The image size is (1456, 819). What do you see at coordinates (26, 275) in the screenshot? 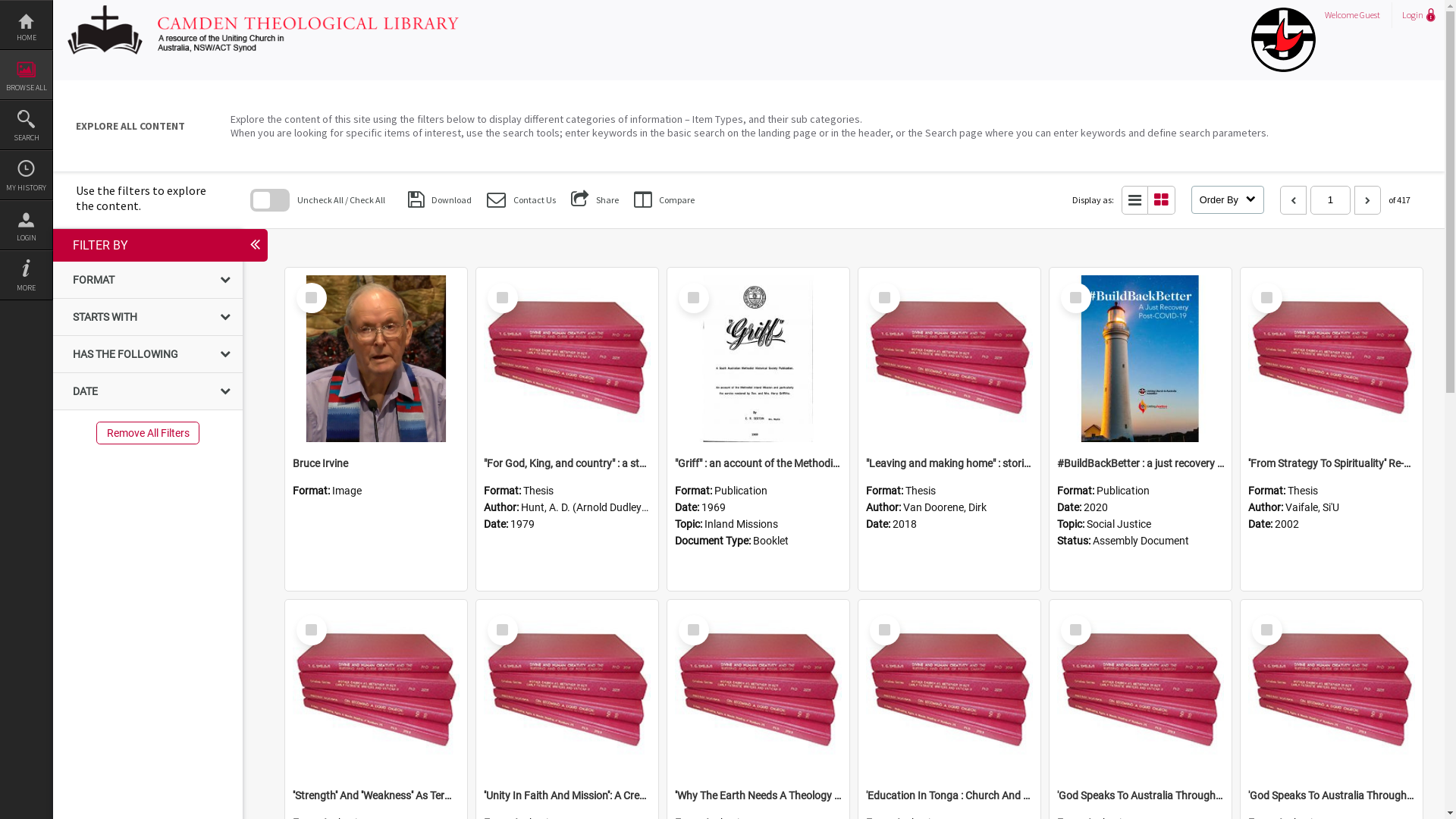
I see `'MORE'` at bounding box center [26, 275].